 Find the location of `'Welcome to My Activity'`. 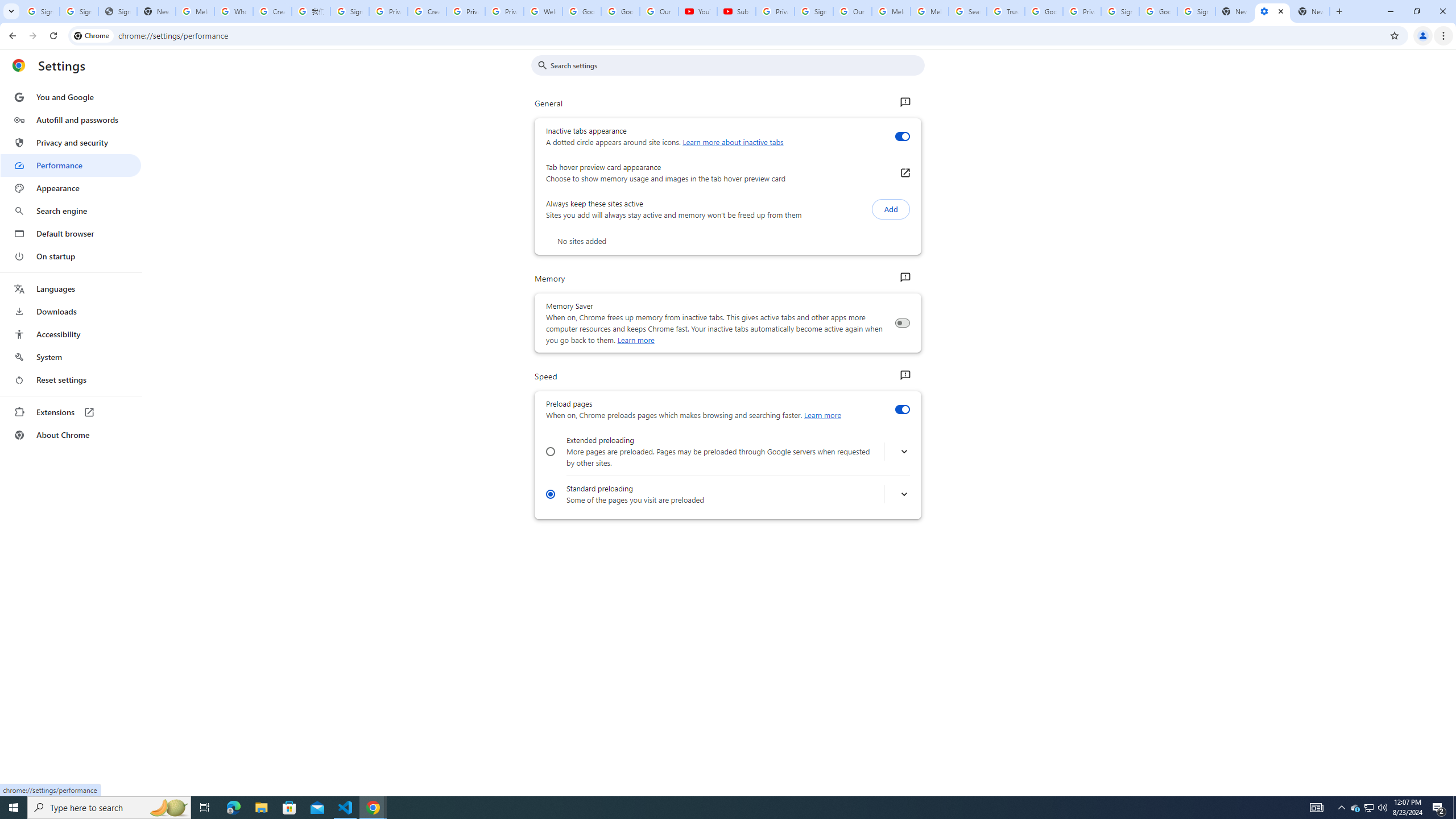

'Welcome to My Activity' is located at coordinates (542, 11).